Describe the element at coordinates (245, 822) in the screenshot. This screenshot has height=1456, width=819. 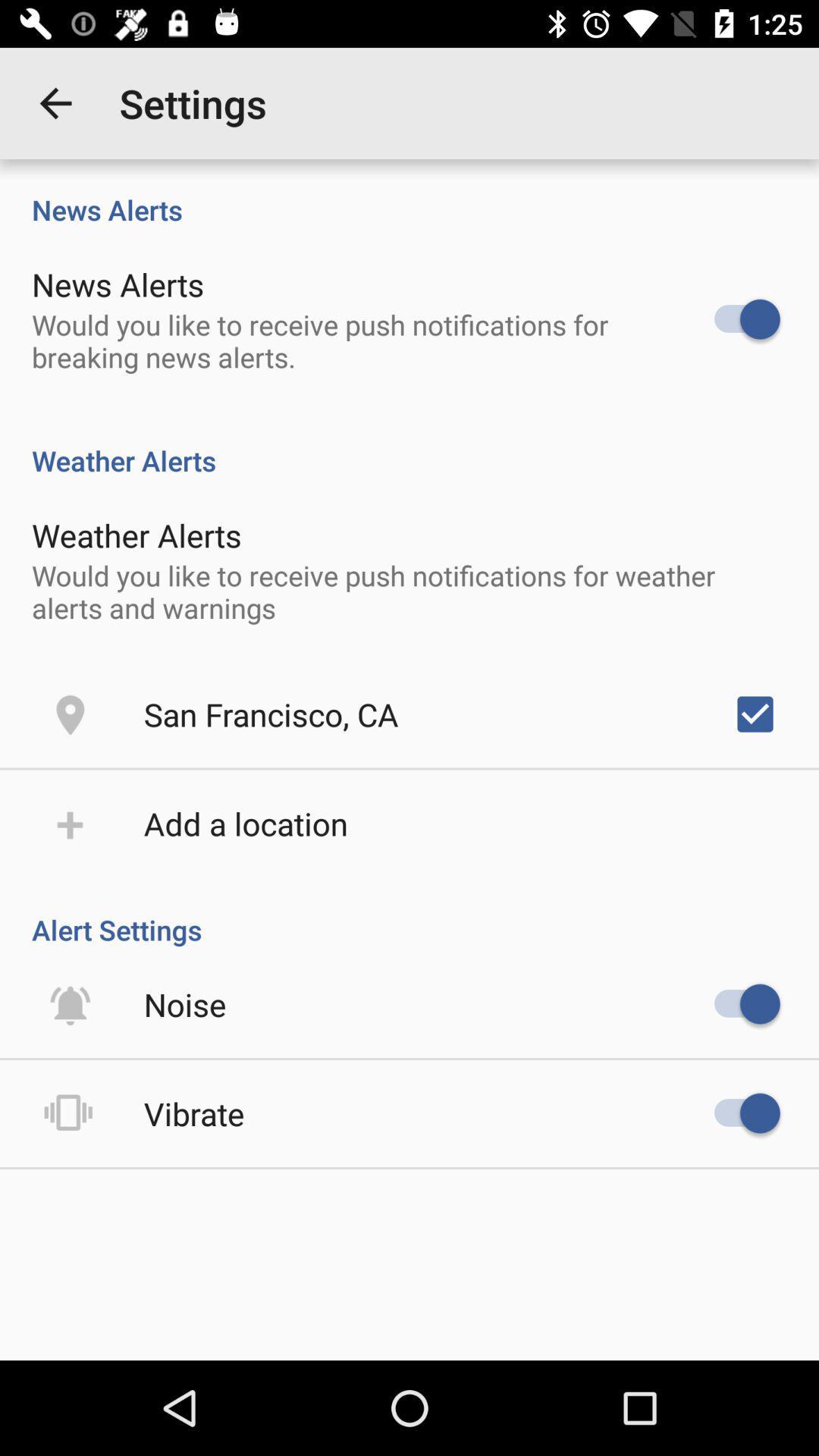
I see `the item above alert settings icon` at that location.